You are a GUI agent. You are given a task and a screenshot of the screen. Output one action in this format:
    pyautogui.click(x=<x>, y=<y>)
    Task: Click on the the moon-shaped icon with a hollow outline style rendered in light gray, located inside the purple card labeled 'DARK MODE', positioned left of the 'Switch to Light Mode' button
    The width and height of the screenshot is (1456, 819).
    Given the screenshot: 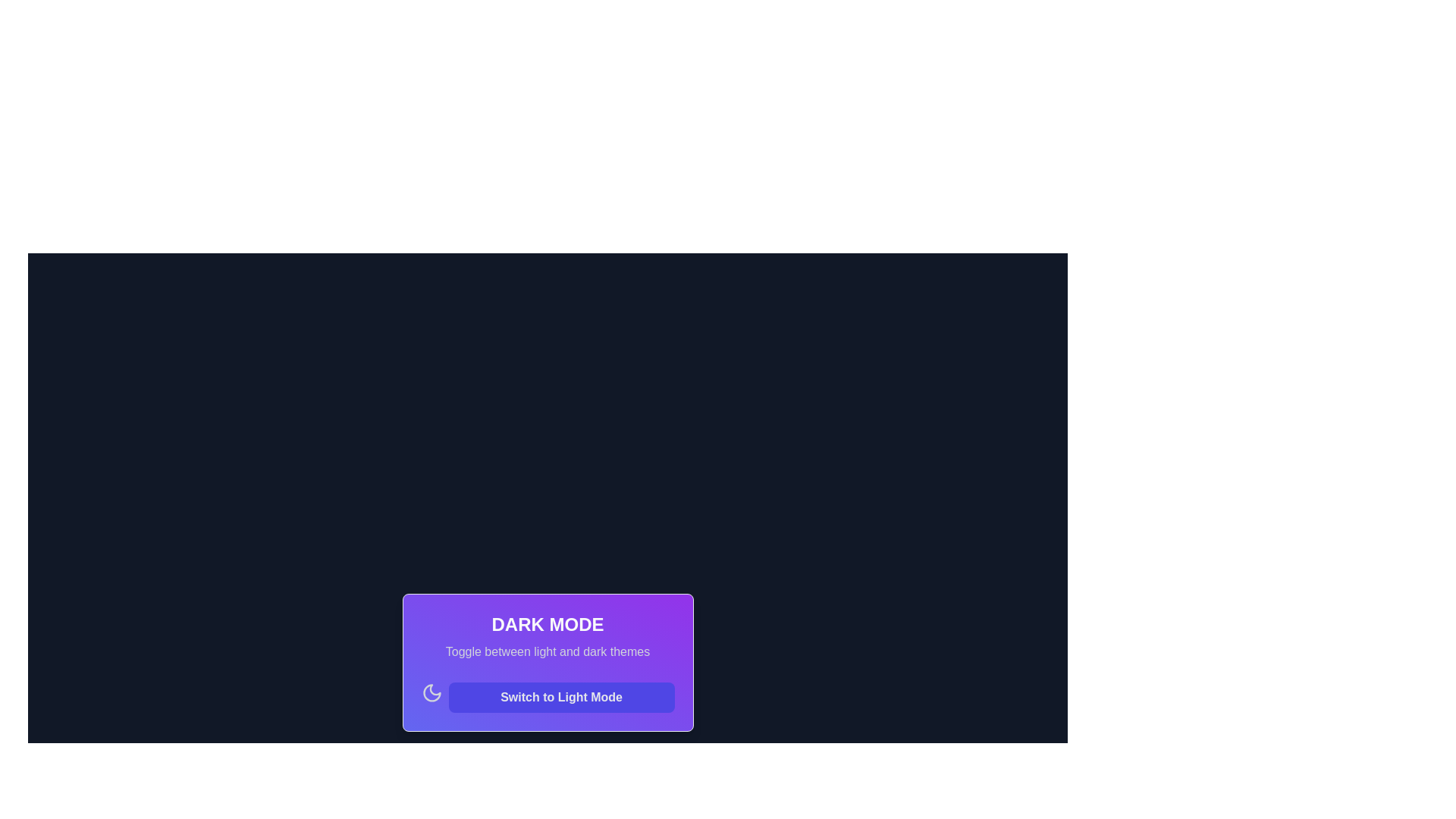 What is the action you would take?
    pyautogui.click(x=431, y=693)
    